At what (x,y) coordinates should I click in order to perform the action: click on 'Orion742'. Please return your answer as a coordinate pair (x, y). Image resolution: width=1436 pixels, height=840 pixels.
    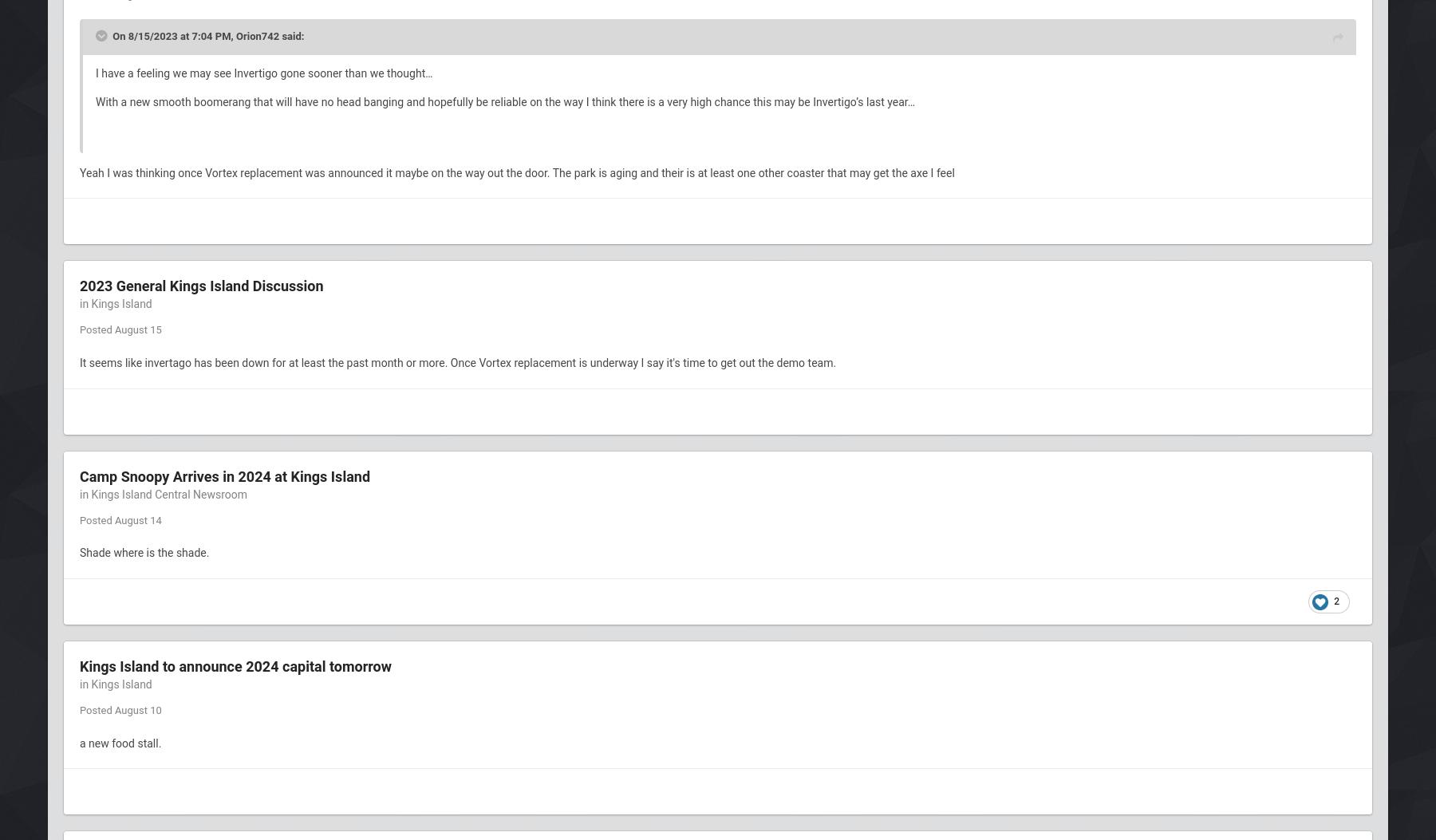
    Looking at the image, I should click on (256, 35).